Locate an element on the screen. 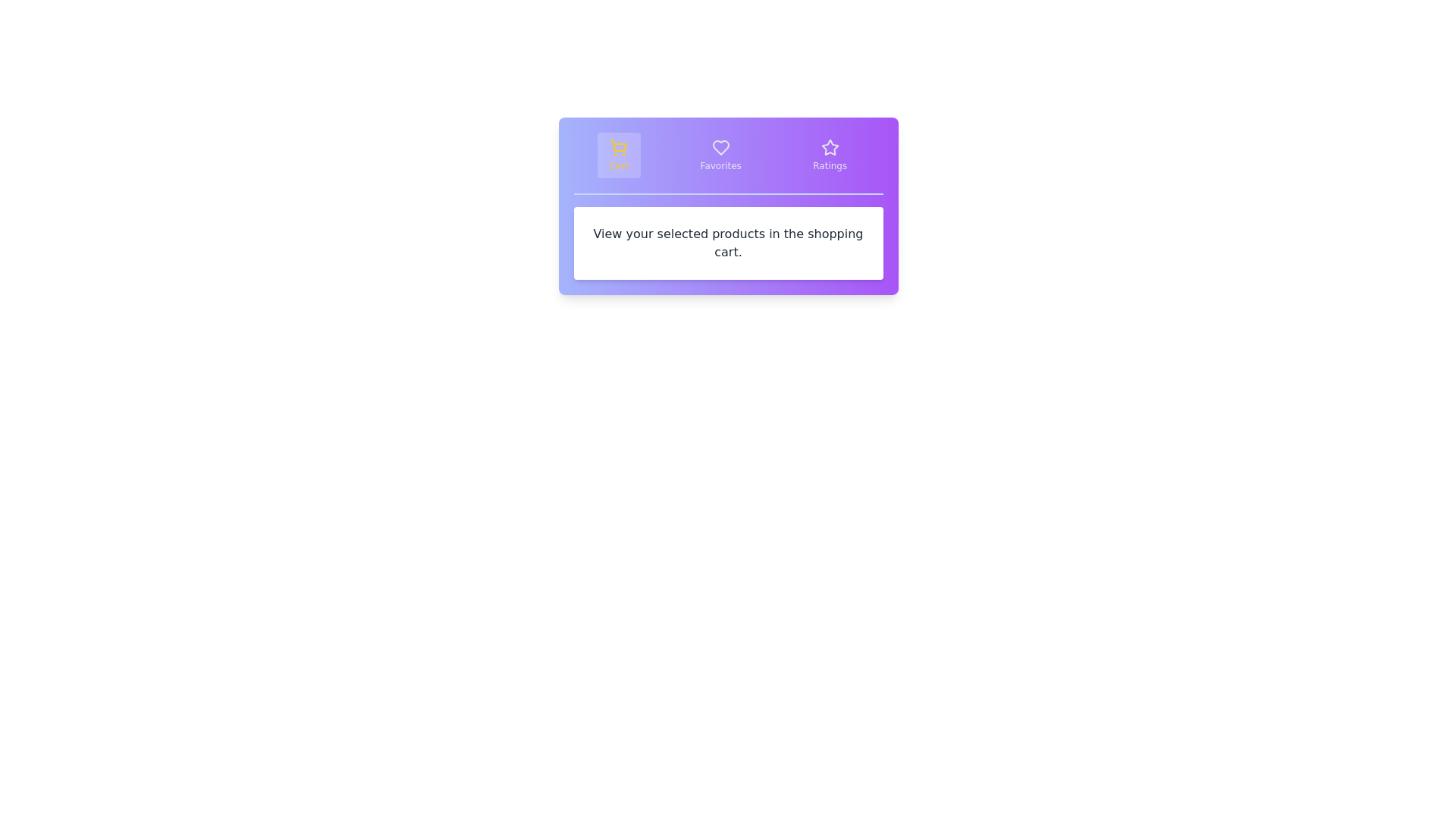 The image size is (1456, 819). the cart icon located in the top-left region of the navigation bar is located at coordinates (619, 146).